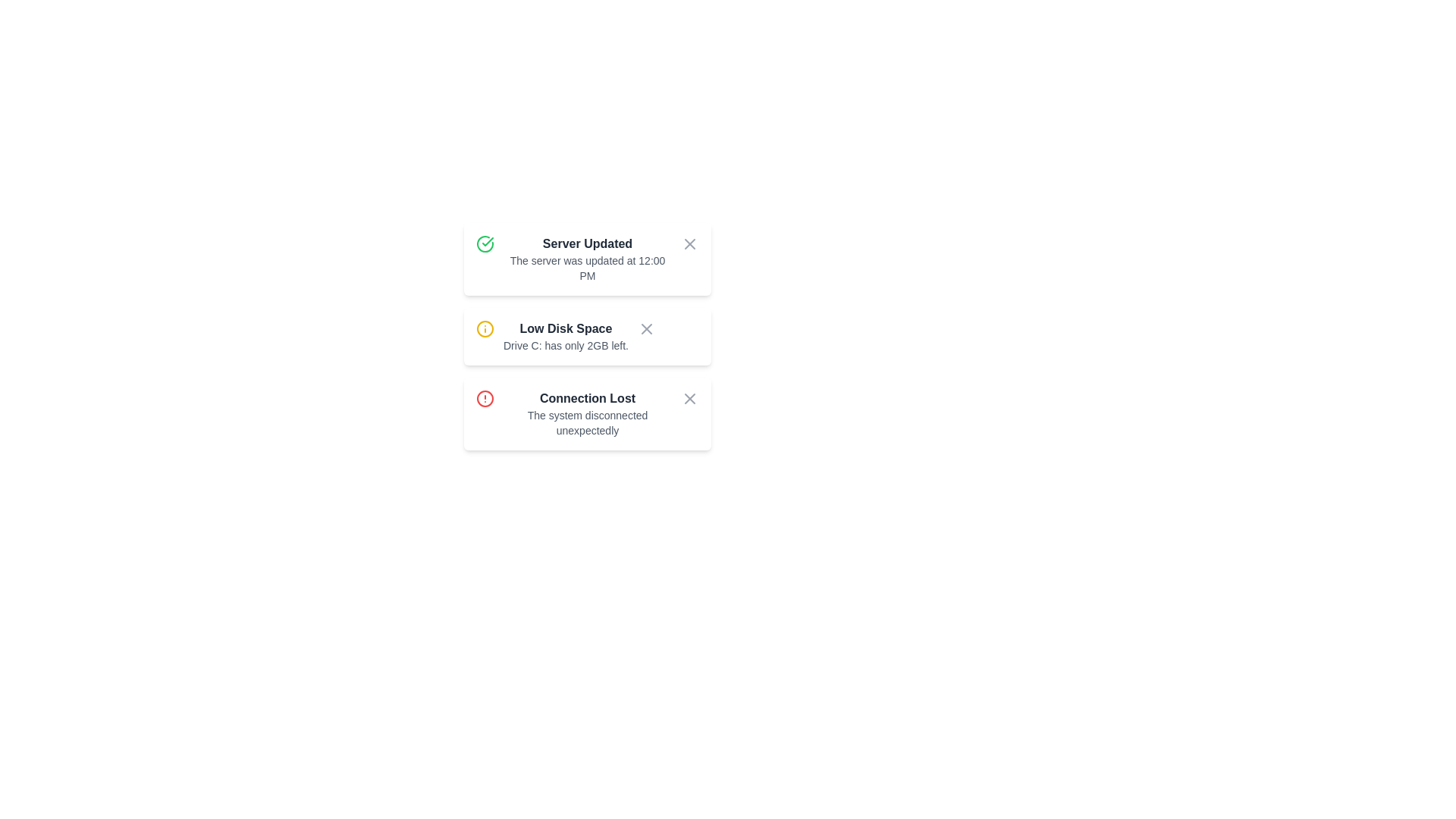 The width and height of the screenshot is (1456, 819). What do you see at coordinates (484, 243) in the screenshot?
I see `the success indicator icon located to the left of the 'Server Updated' notification title` at bounding box center [484, 243].